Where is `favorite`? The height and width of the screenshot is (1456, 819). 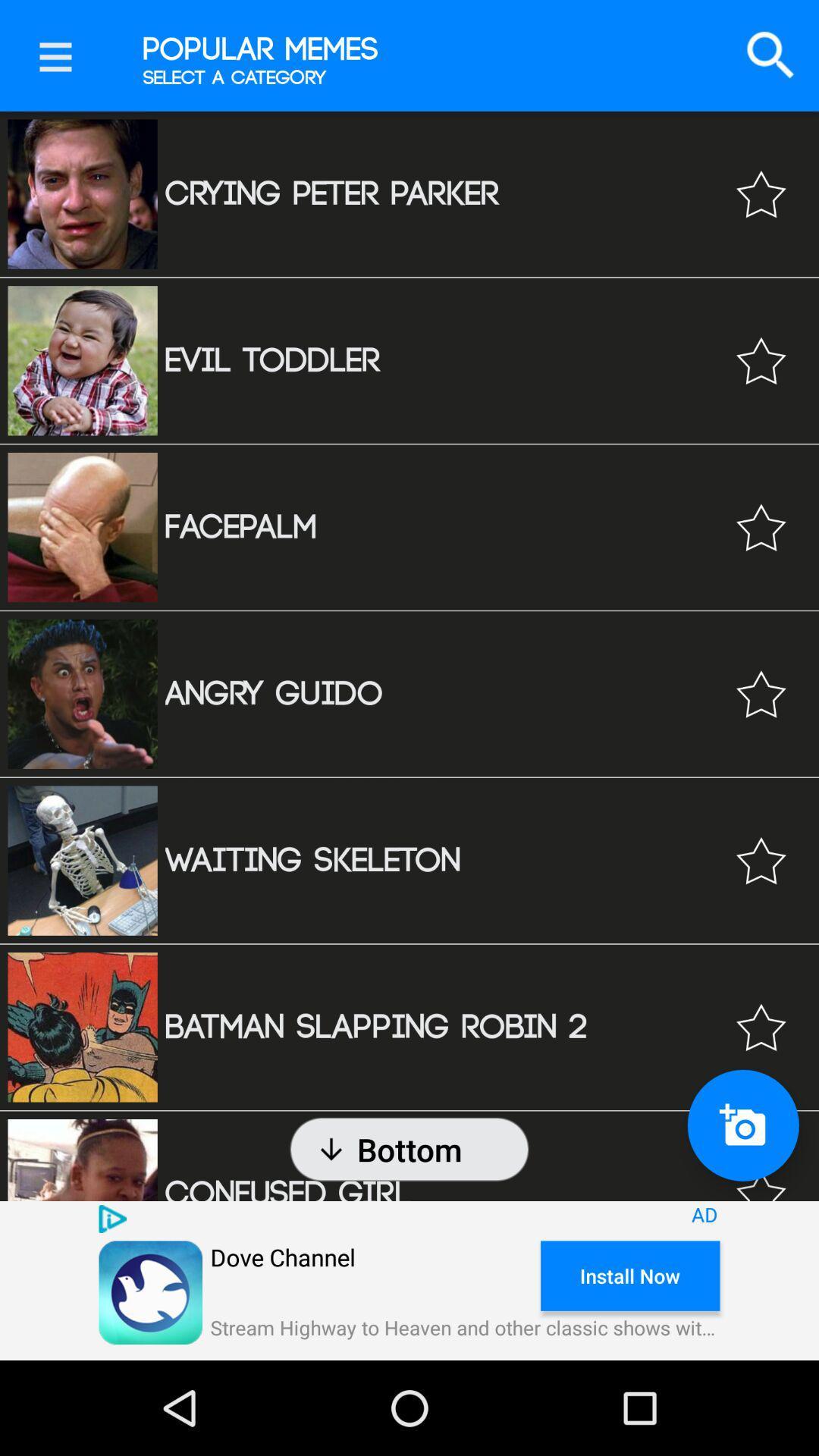 favorite is located at coordinates (761, 193).